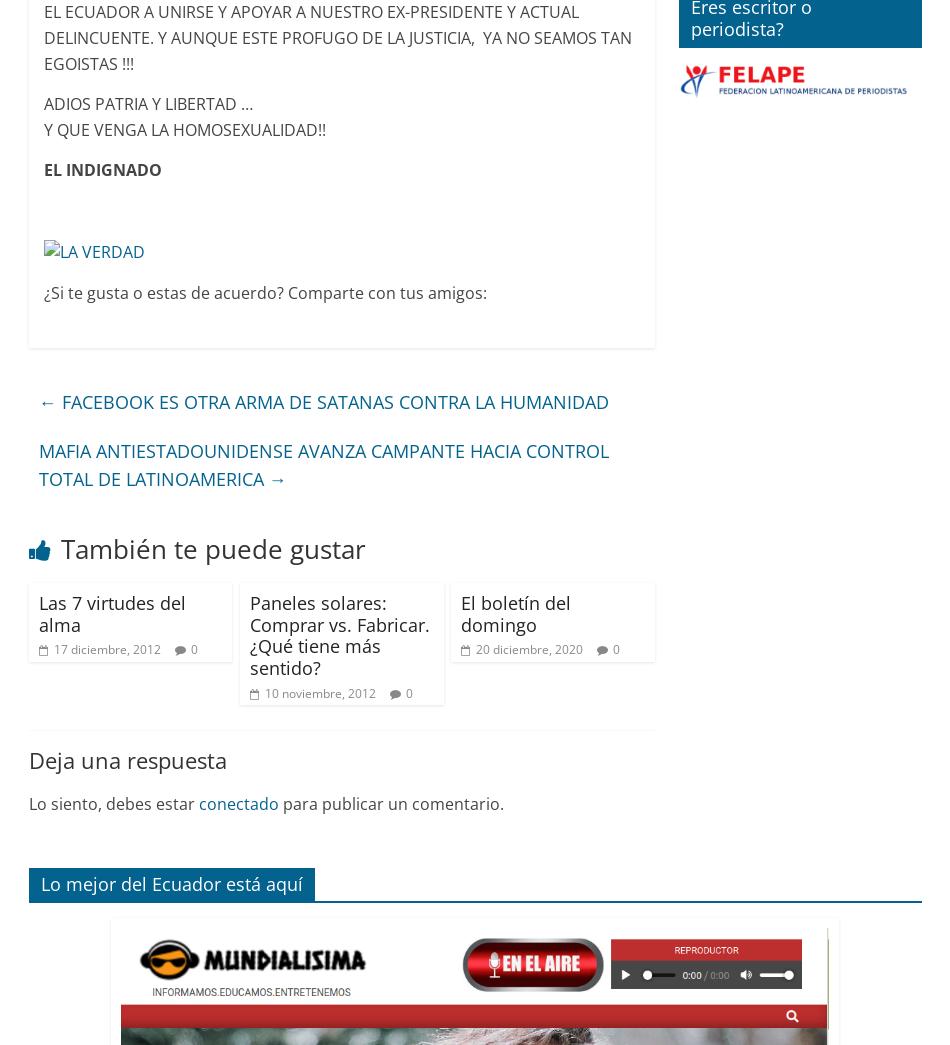  I want to click on '17 diciembre, 2012', so click(53, 649).